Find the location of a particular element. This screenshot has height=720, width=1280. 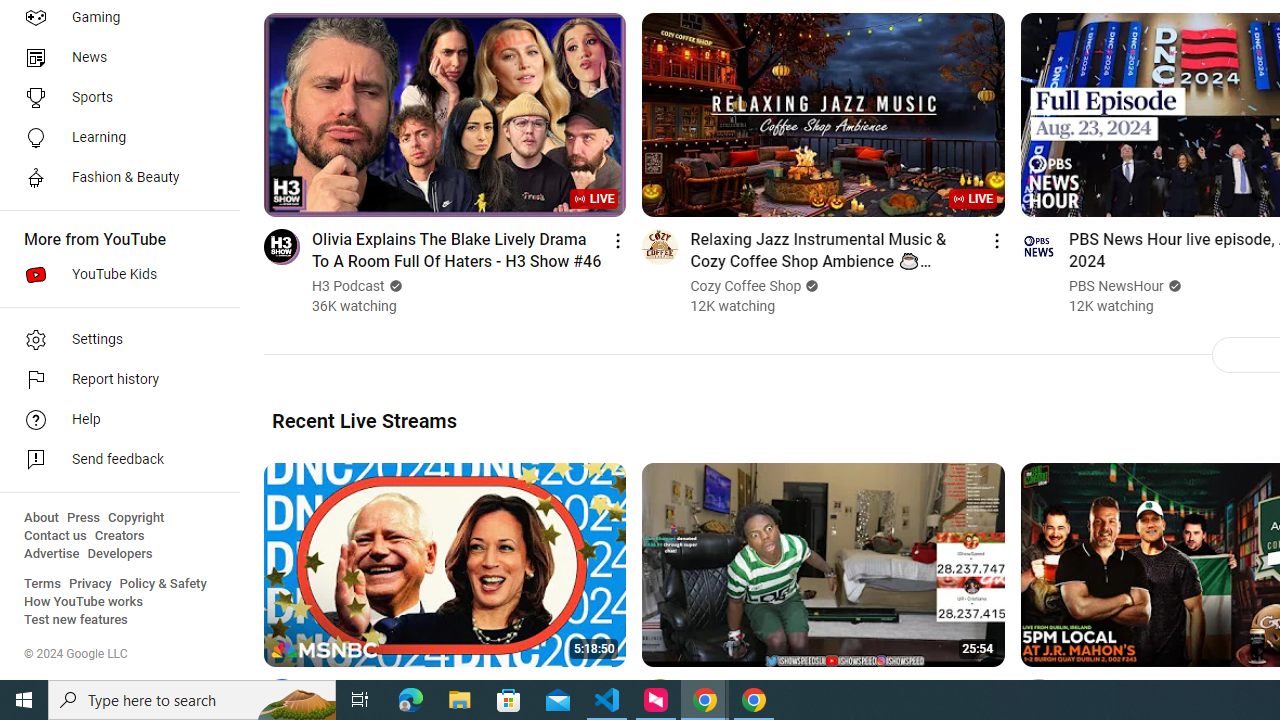

'Policy & Safety' is located at coordinates (163, 584).